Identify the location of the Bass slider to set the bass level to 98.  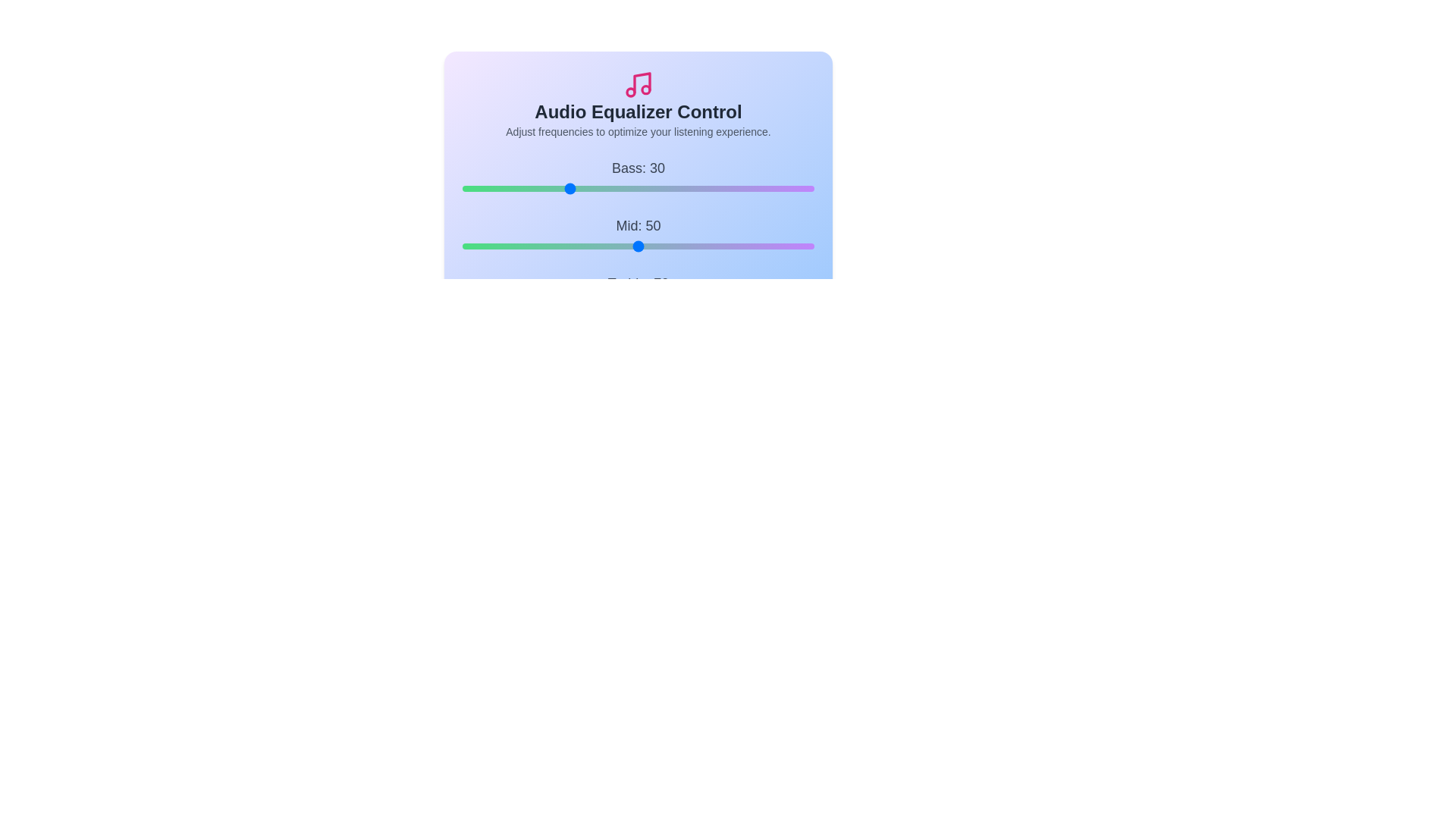
(806, 188).